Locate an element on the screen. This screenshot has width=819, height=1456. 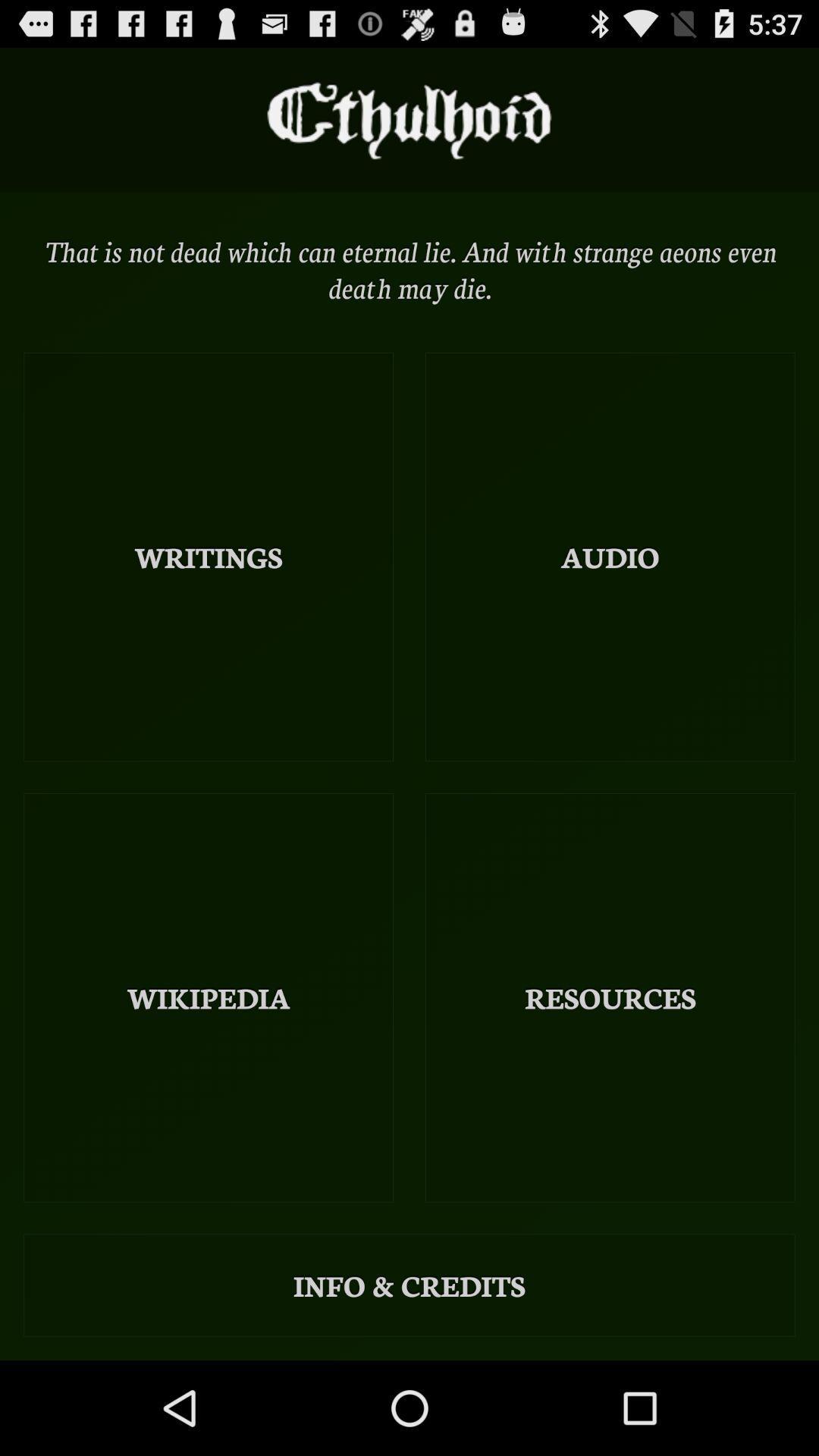
the item below the that is not is located at coordinates (209, 556).